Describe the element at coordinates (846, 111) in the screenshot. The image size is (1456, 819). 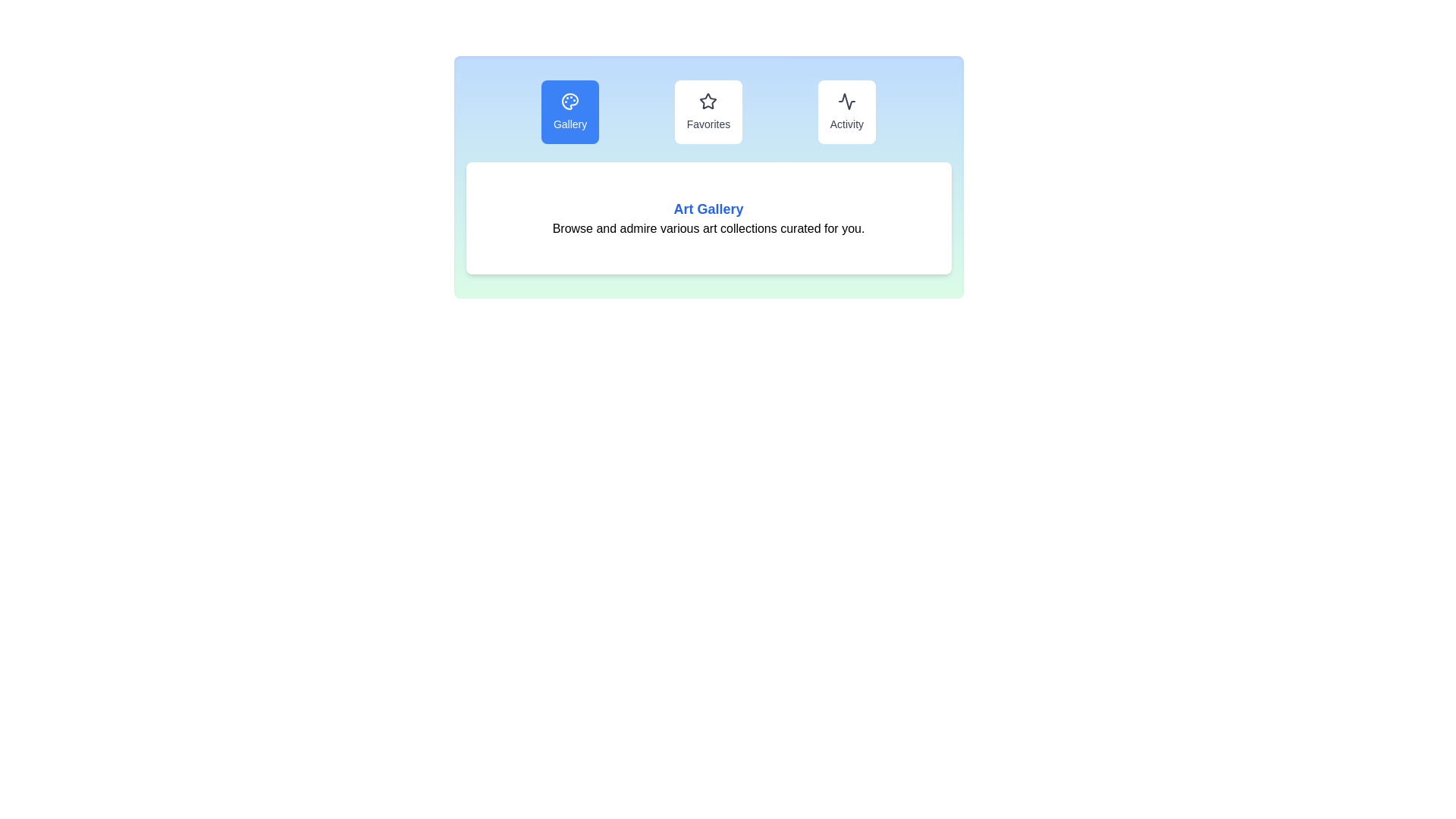
I see `the interactive button labeled Activity` at that location.